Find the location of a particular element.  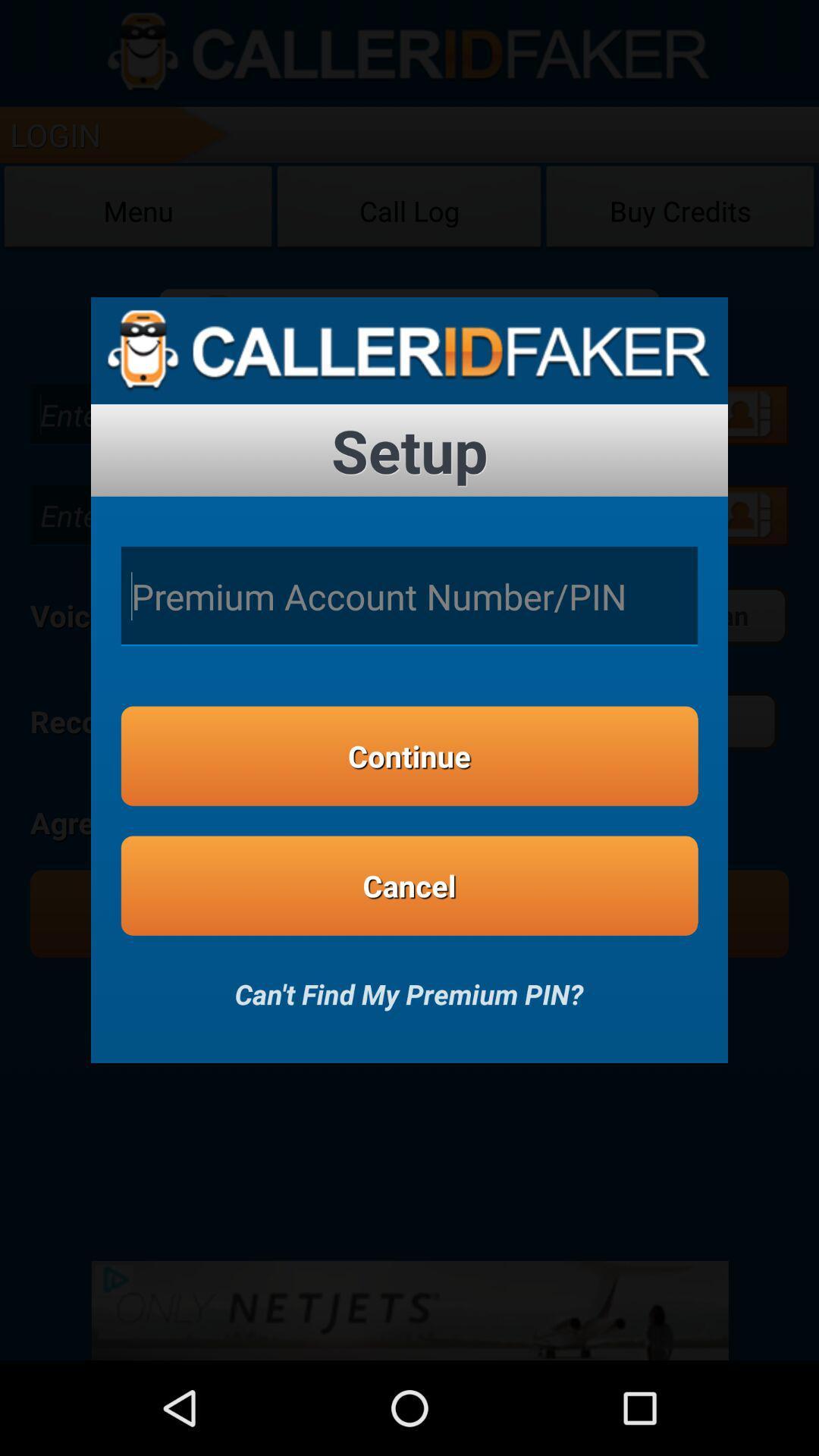

button above the cancel item is located at coordinates (409, 756).